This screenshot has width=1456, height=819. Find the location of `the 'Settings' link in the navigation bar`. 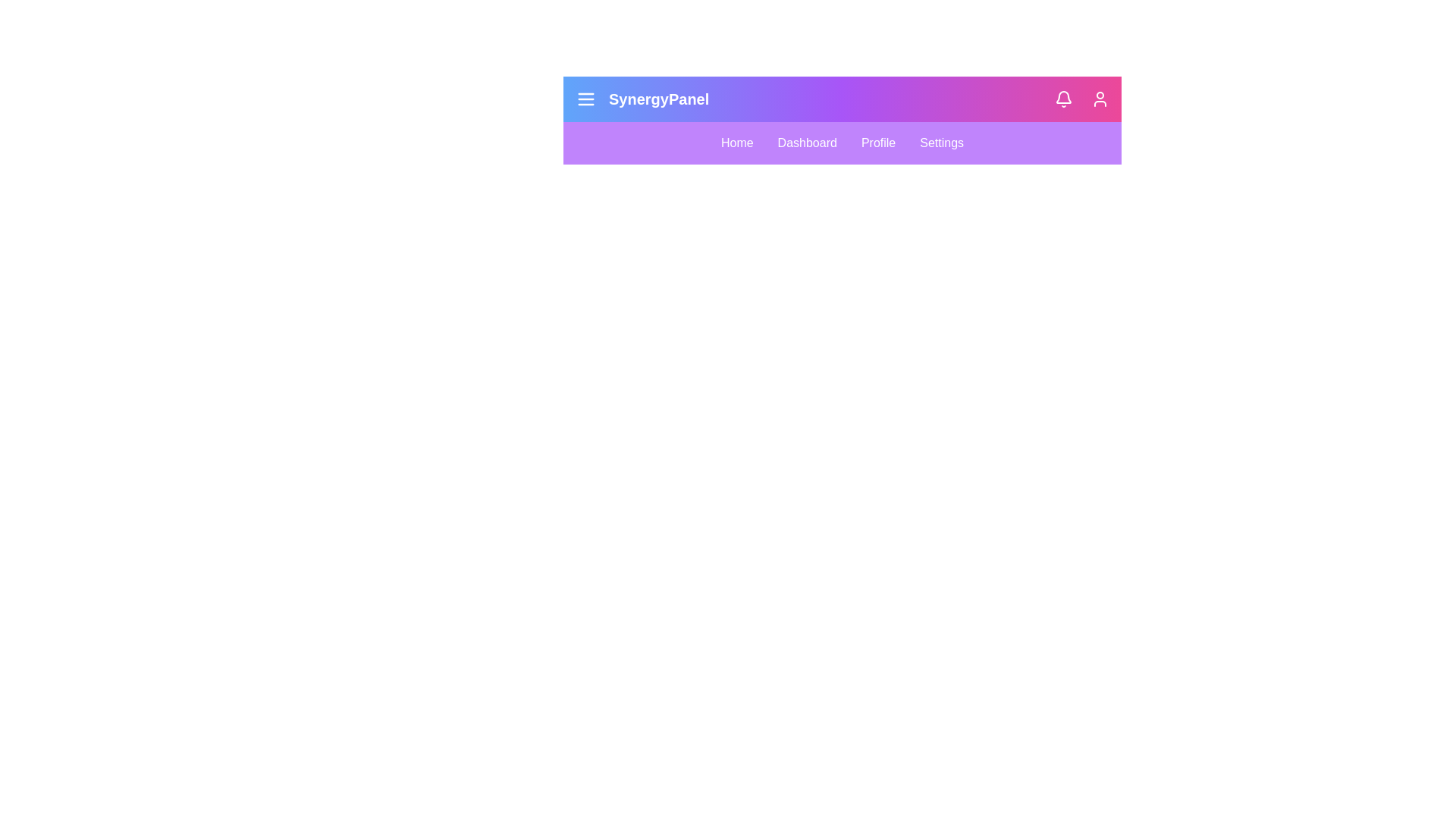

the 'Settings' link in the navigation bar is located at coordinates (941, 143).